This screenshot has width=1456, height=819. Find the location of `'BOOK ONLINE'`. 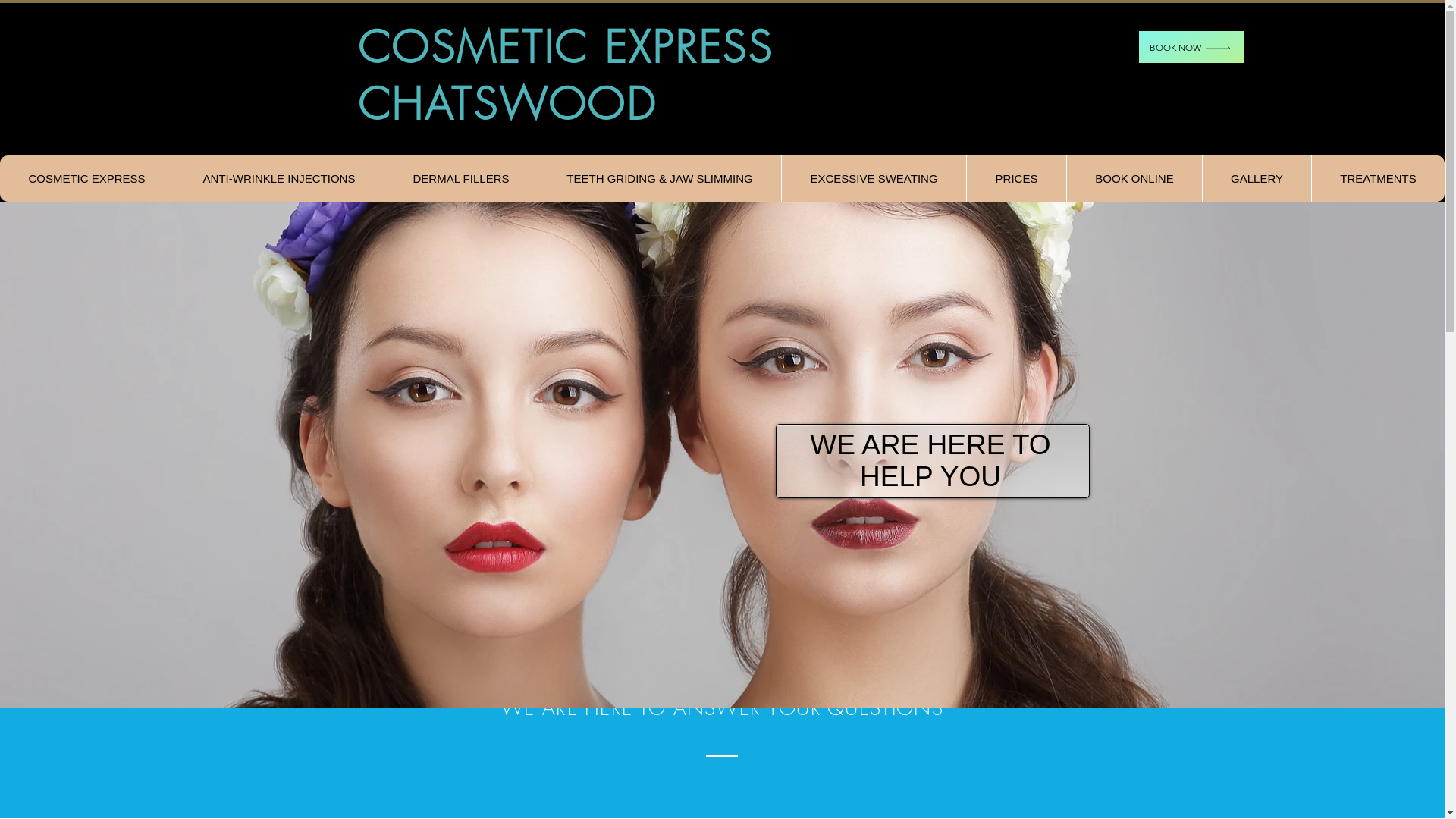

'BOOK ONLINE' is located at coordinates (1065, 177).